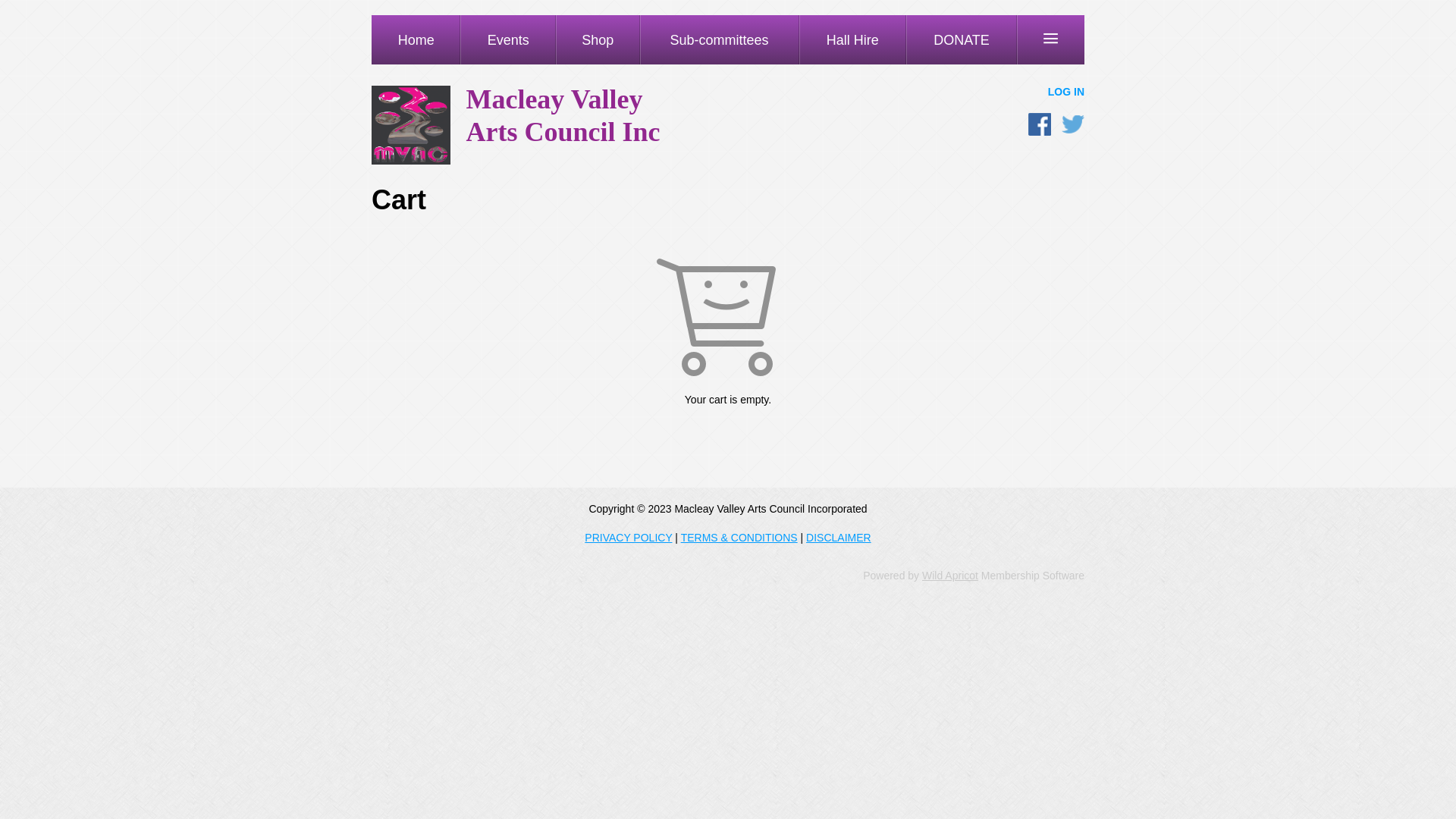 Image resolution: width=1456 pixels, height=819 pixels. Describe the element at coordinates (1072, 124) in the screenshot. I see `'Twitter'` at that location.